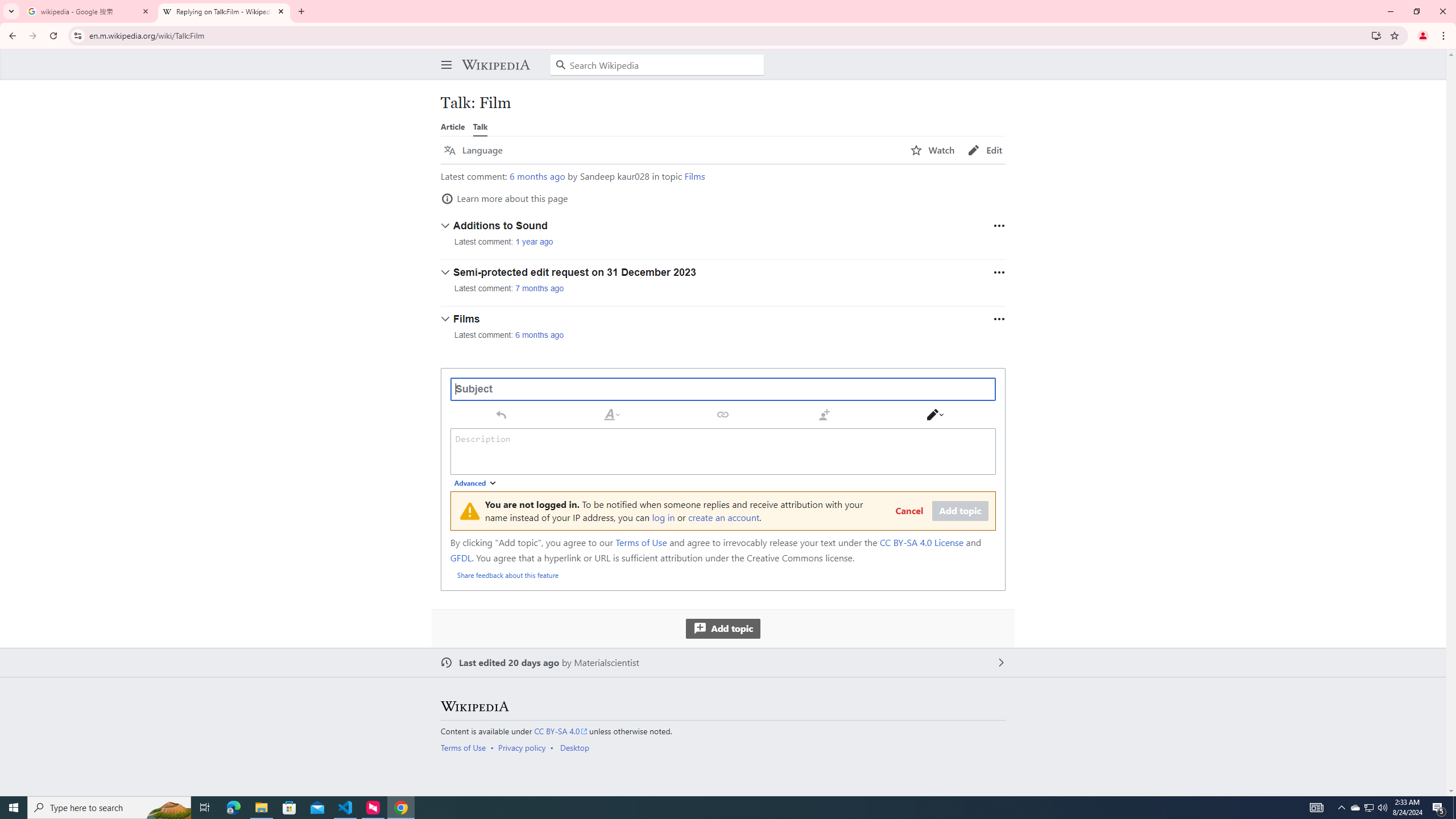  Describe the element at coordinates (540, 288) in the screenshot. I see `'7 months ago'` at that location.